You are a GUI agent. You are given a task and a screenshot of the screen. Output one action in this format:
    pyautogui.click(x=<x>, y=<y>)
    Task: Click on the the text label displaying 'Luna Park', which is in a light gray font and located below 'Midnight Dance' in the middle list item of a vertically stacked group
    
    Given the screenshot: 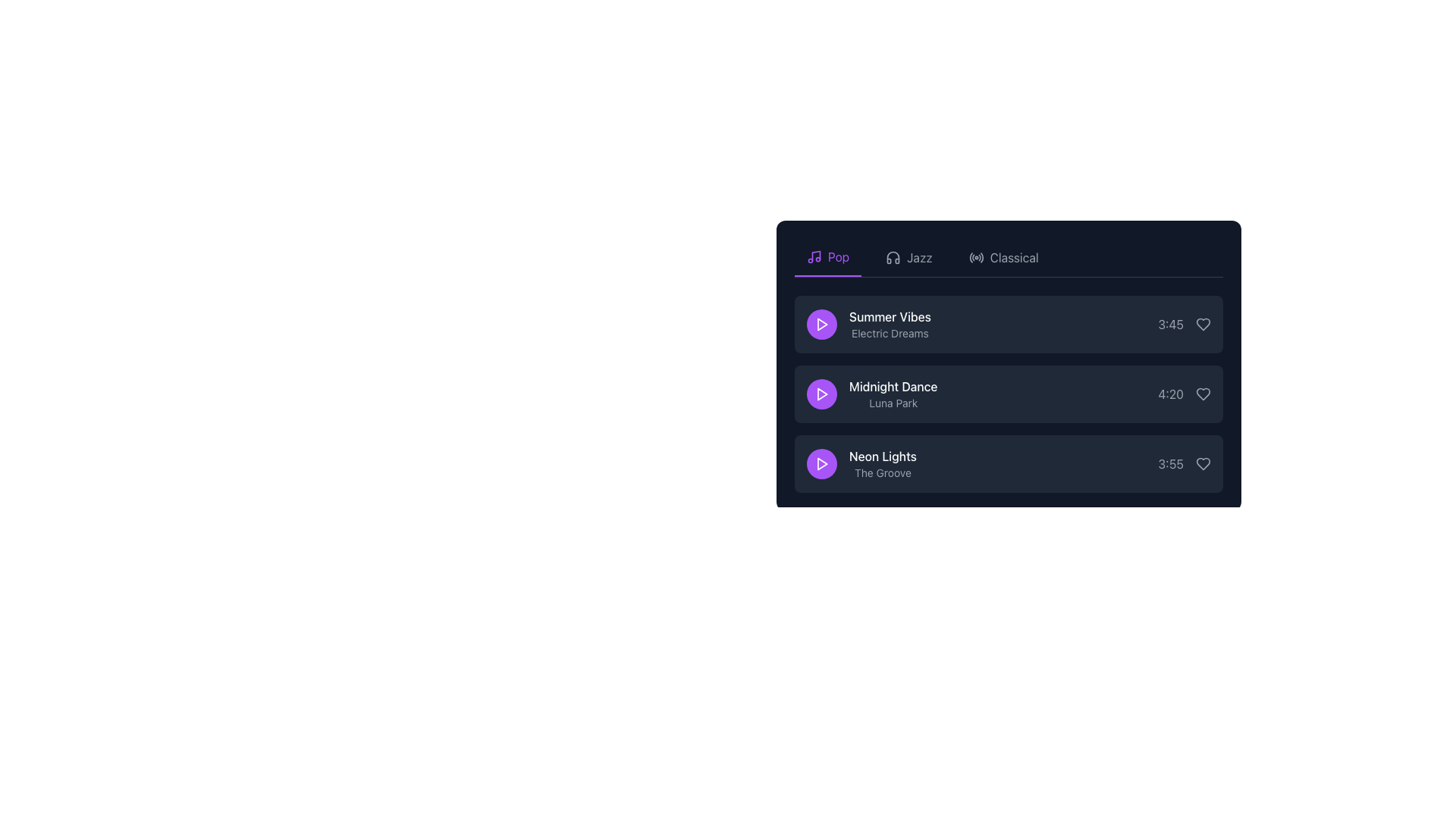 What is the action you would take?
    pyautogui.click(x=893, y=403)
    